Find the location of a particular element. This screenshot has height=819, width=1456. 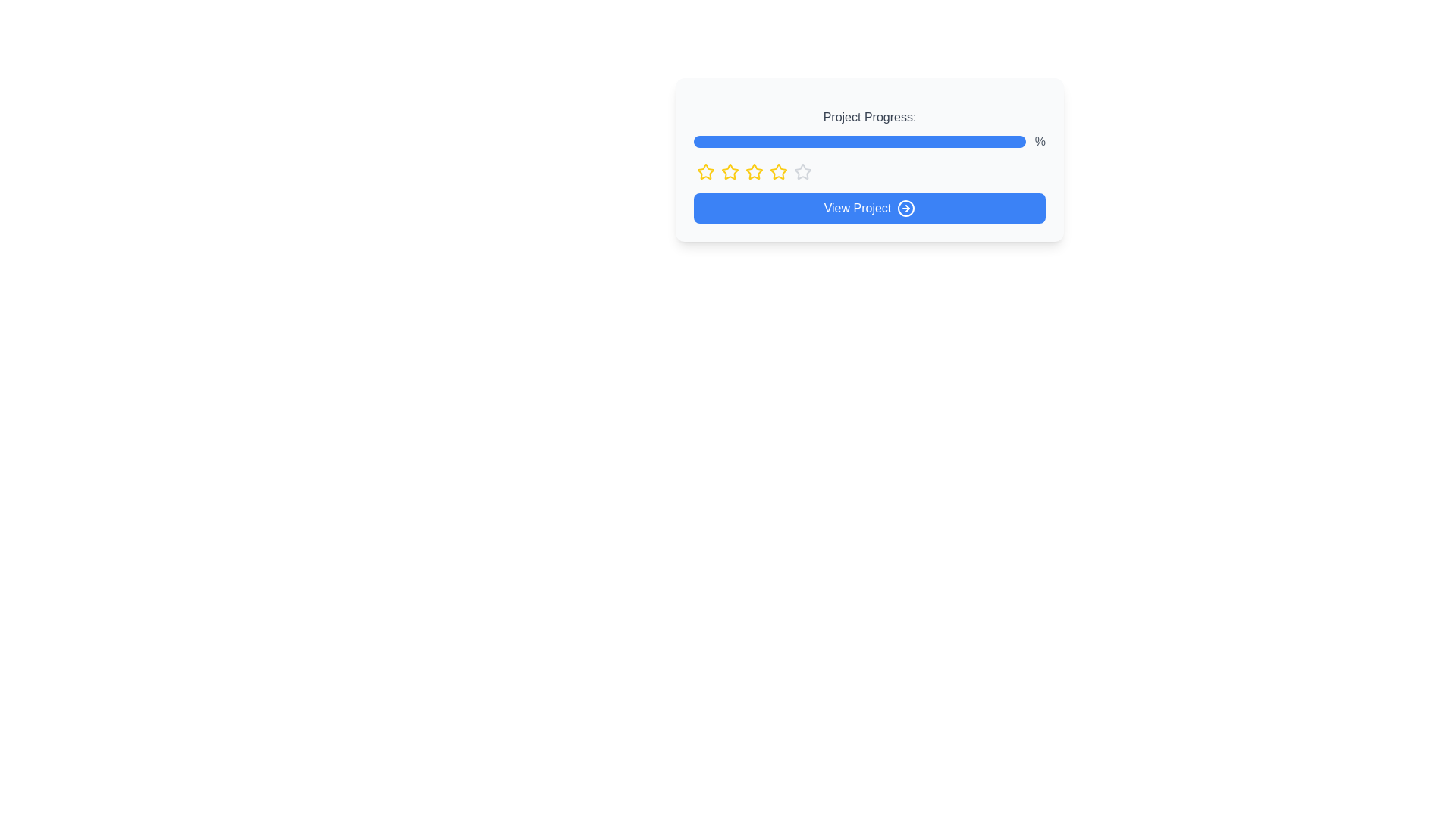

the first star in the rating interface is located at coordinates (705, 171).